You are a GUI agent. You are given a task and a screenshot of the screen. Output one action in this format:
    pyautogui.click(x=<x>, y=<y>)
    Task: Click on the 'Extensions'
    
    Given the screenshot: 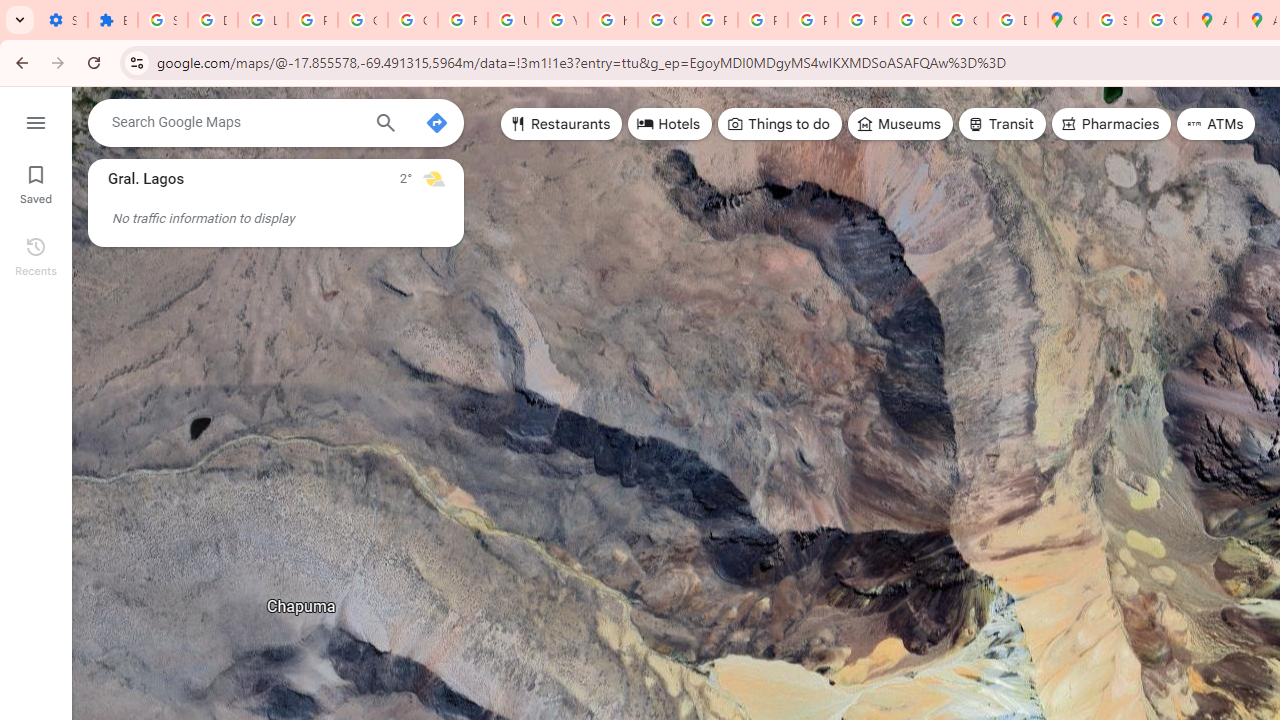 What is the action you would take?
    pyautogui.click(x=112, y=20)
    